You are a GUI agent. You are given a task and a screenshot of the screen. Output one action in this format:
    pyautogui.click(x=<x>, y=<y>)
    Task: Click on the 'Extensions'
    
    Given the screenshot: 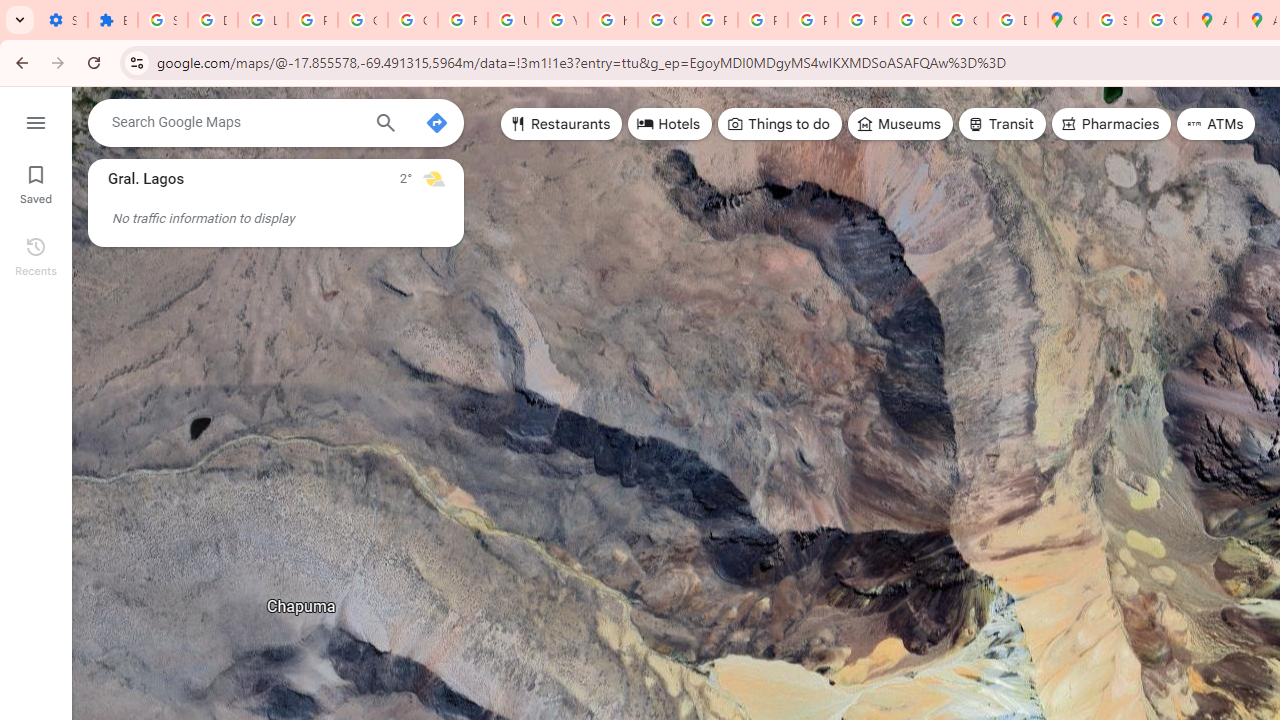 What is the action you would take?
    pyautogui.click(x=112, y=20)
    